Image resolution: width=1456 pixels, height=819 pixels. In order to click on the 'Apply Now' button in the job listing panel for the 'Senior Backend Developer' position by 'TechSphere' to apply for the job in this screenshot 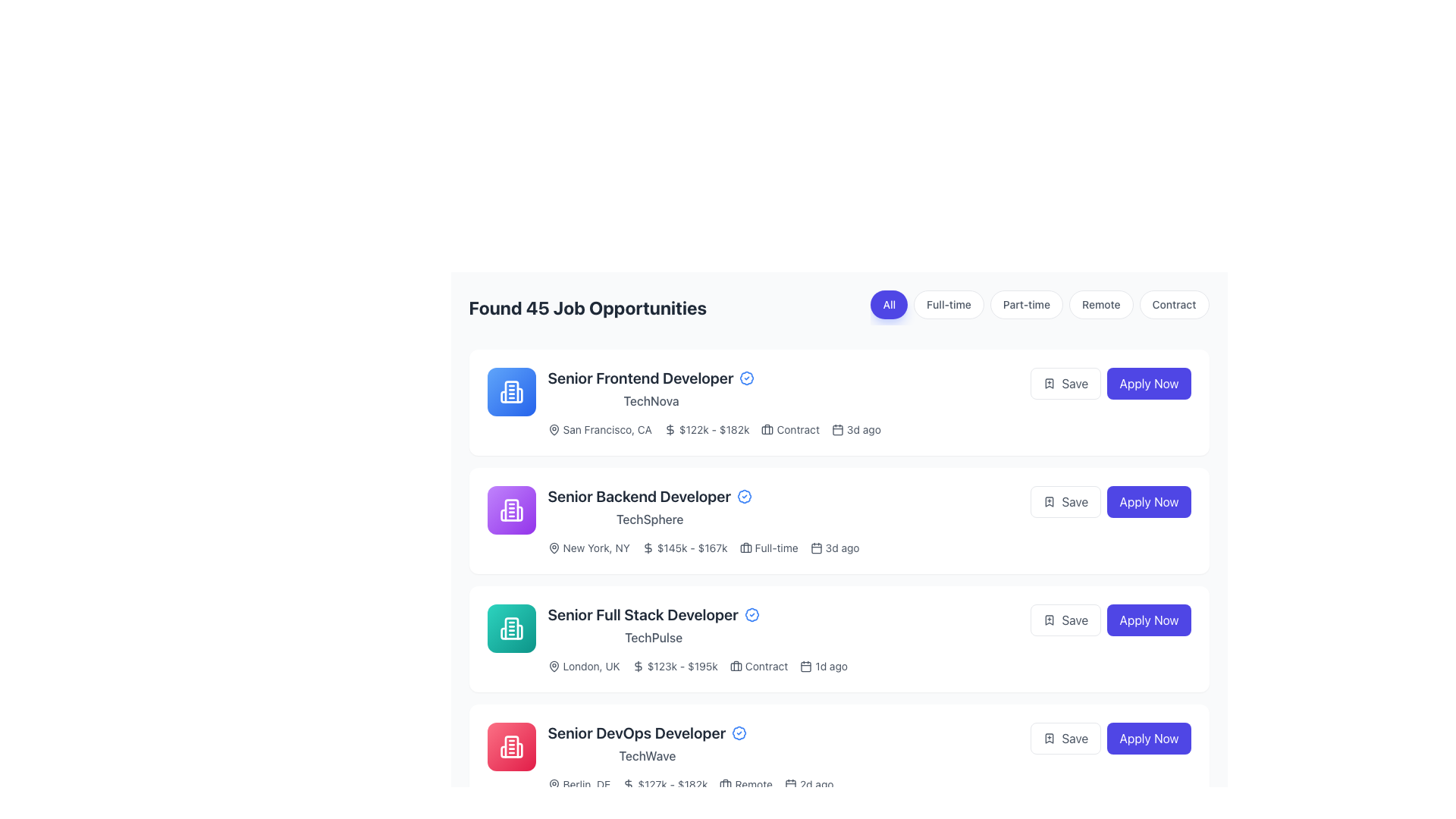, I will do `click(1110, 502)`.